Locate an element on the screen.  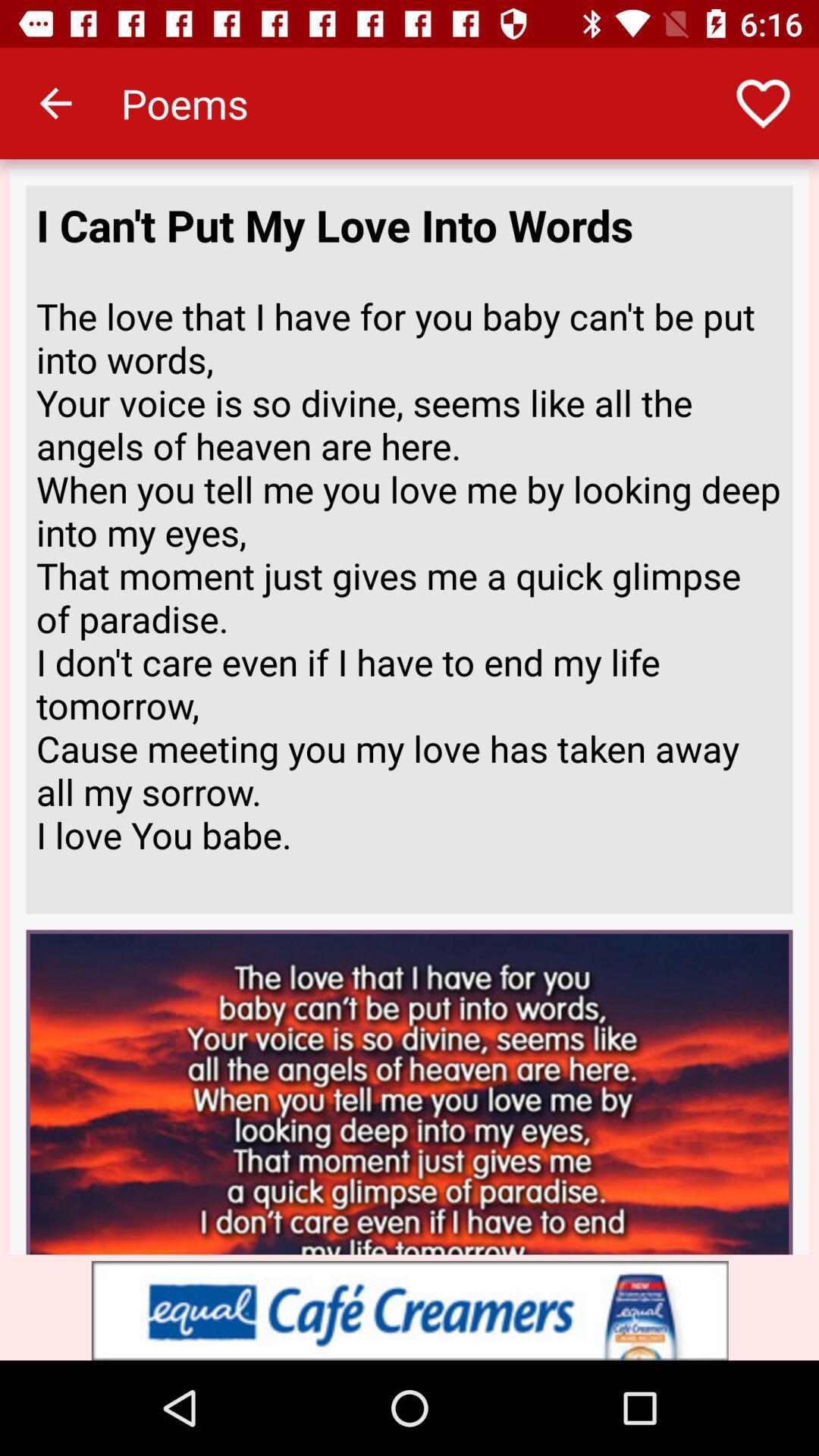
to advertisement box is located at coordinates (409, 1310).